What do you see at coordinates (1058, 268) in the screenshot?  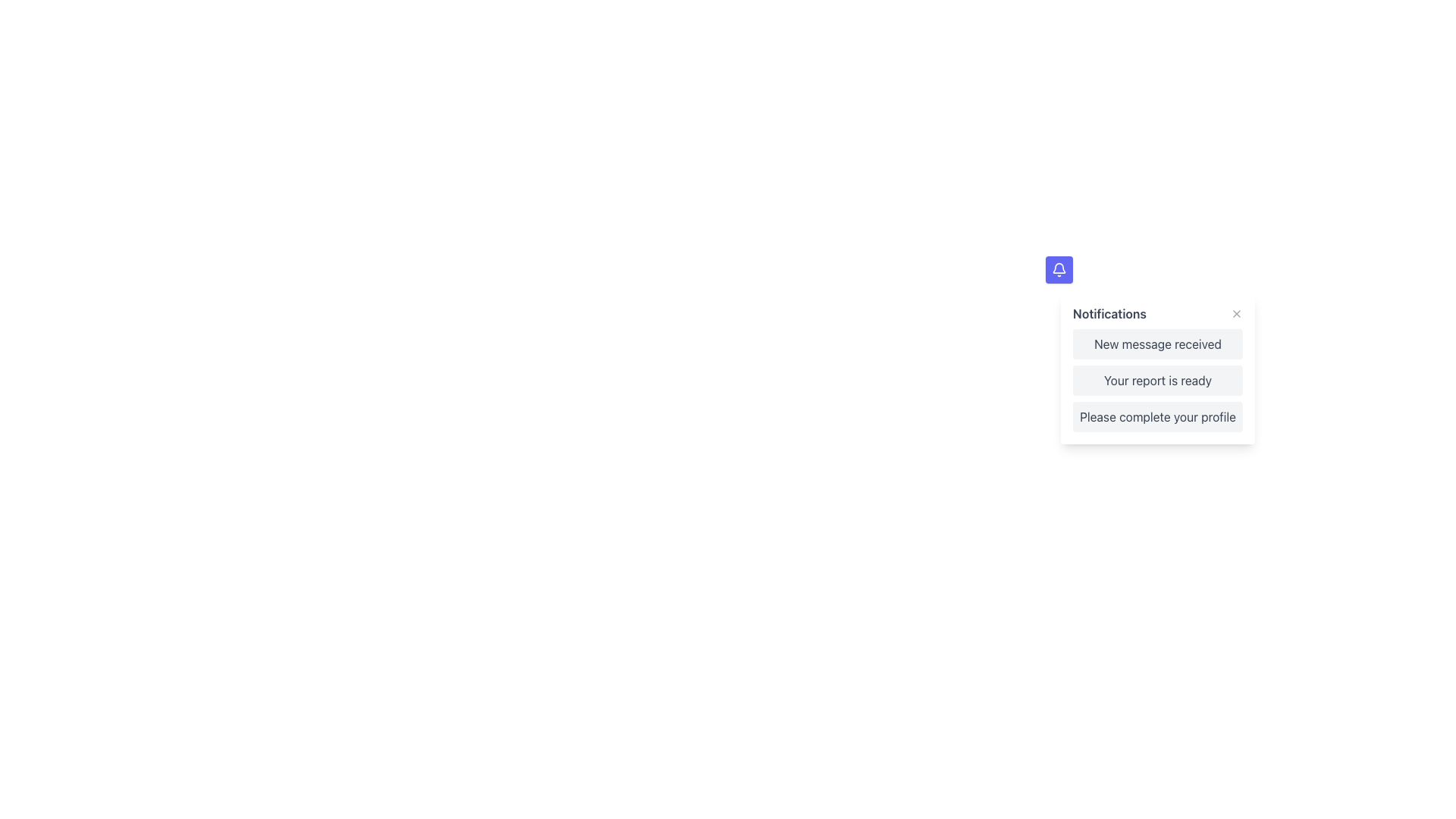 I see `the notification button with keyboard navigation` at bounding box center [1058, 268].